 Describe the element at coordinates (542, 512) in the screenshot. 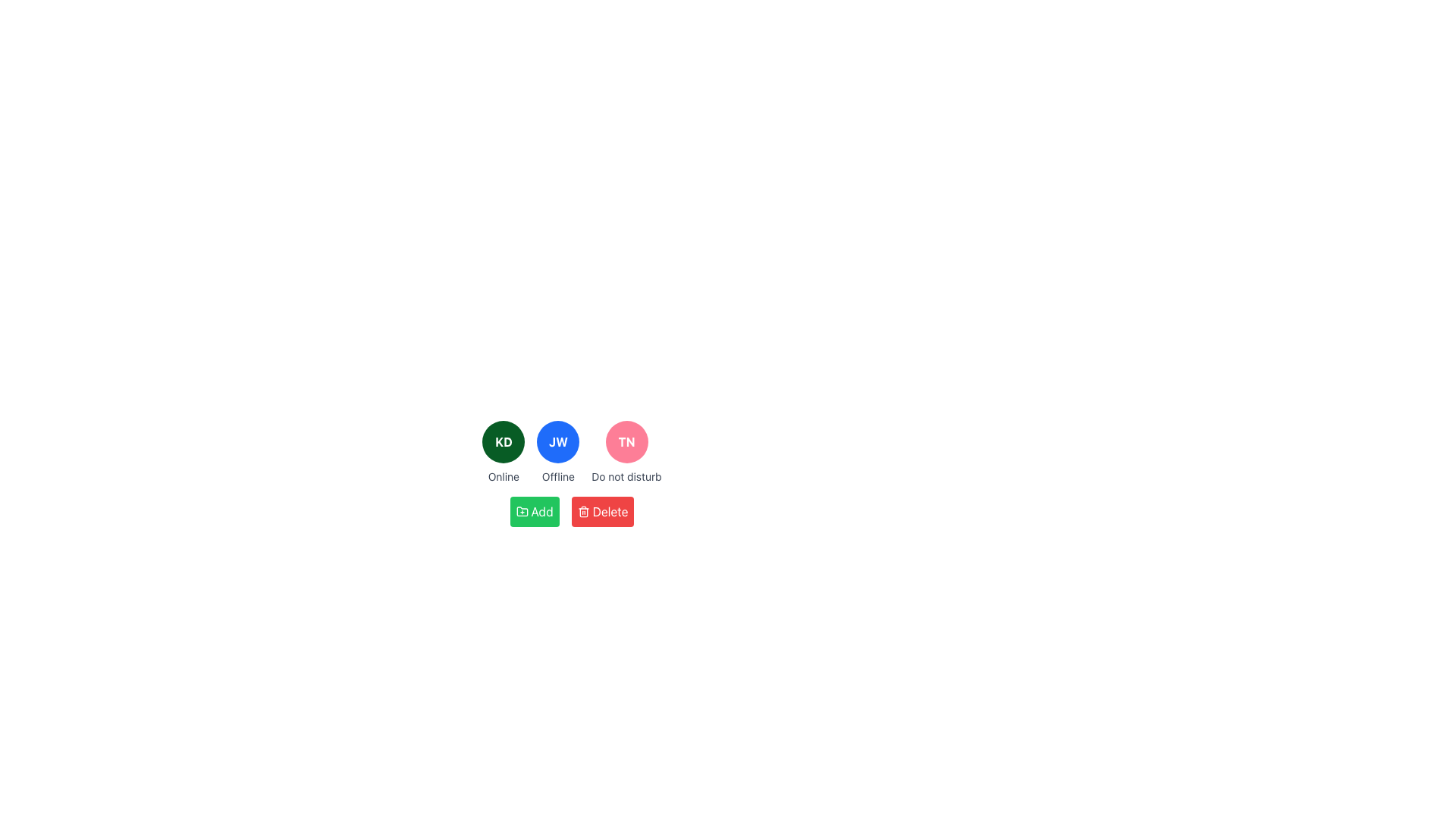

I see `keyboard navigation` at that location.